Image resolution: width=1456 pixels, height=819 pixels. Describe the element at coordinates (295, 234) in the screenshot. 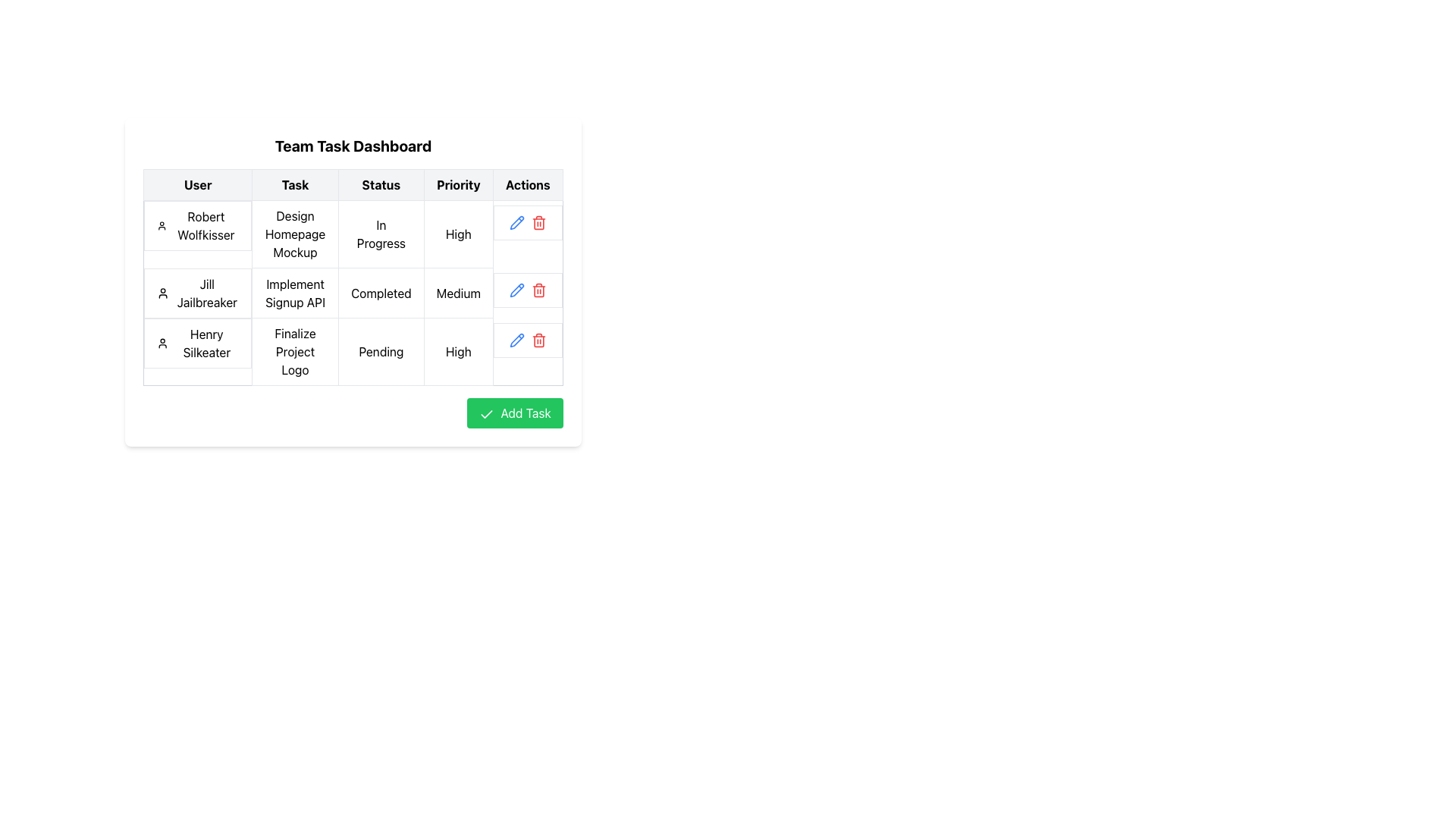

I see `the Text Display element that contains the text 'Design Homepage Mockup', located in the second column under the 'Task' field of the first row in the table, positioned between 'Robert Wolfkisser' and 'In Progress'` at that location.